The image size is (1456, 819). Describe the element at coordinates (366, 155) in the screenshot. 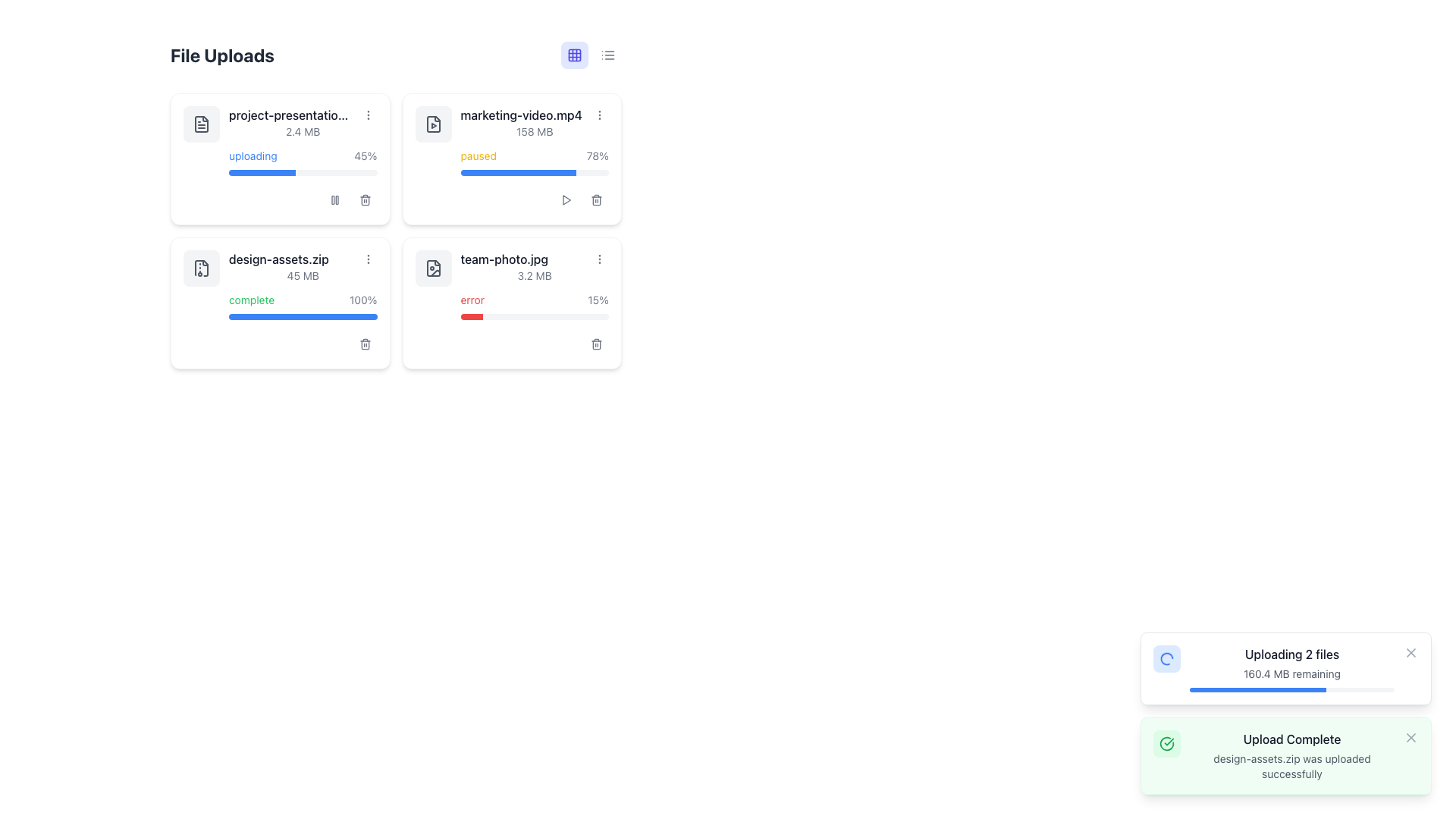

I see `the text display that indicates the upload progress percentage, located next to the 'uploading' text in the upload process card` at that location.